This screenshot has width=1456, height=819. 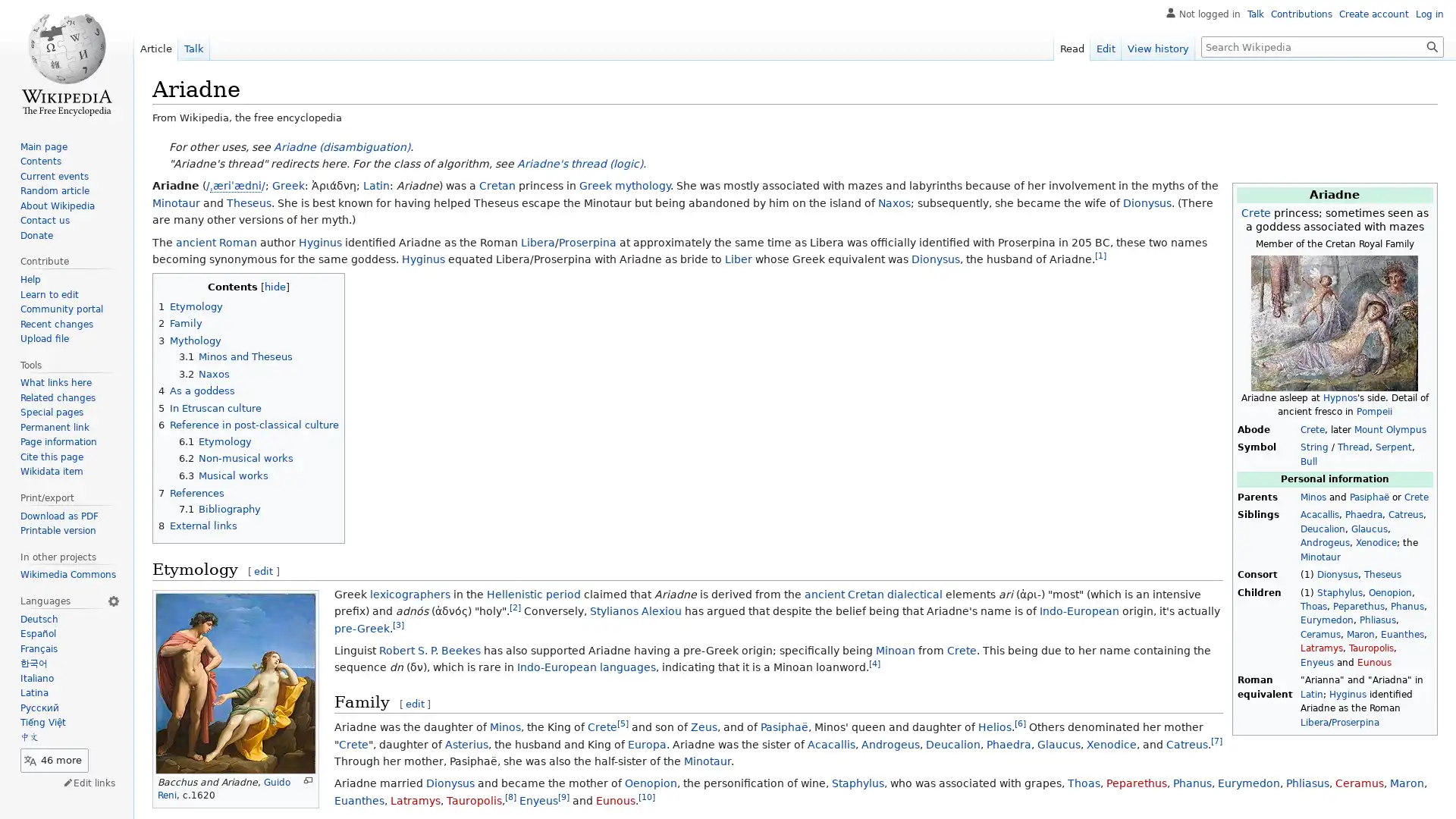 I want to click on Go, so click(x=1432, y=45).